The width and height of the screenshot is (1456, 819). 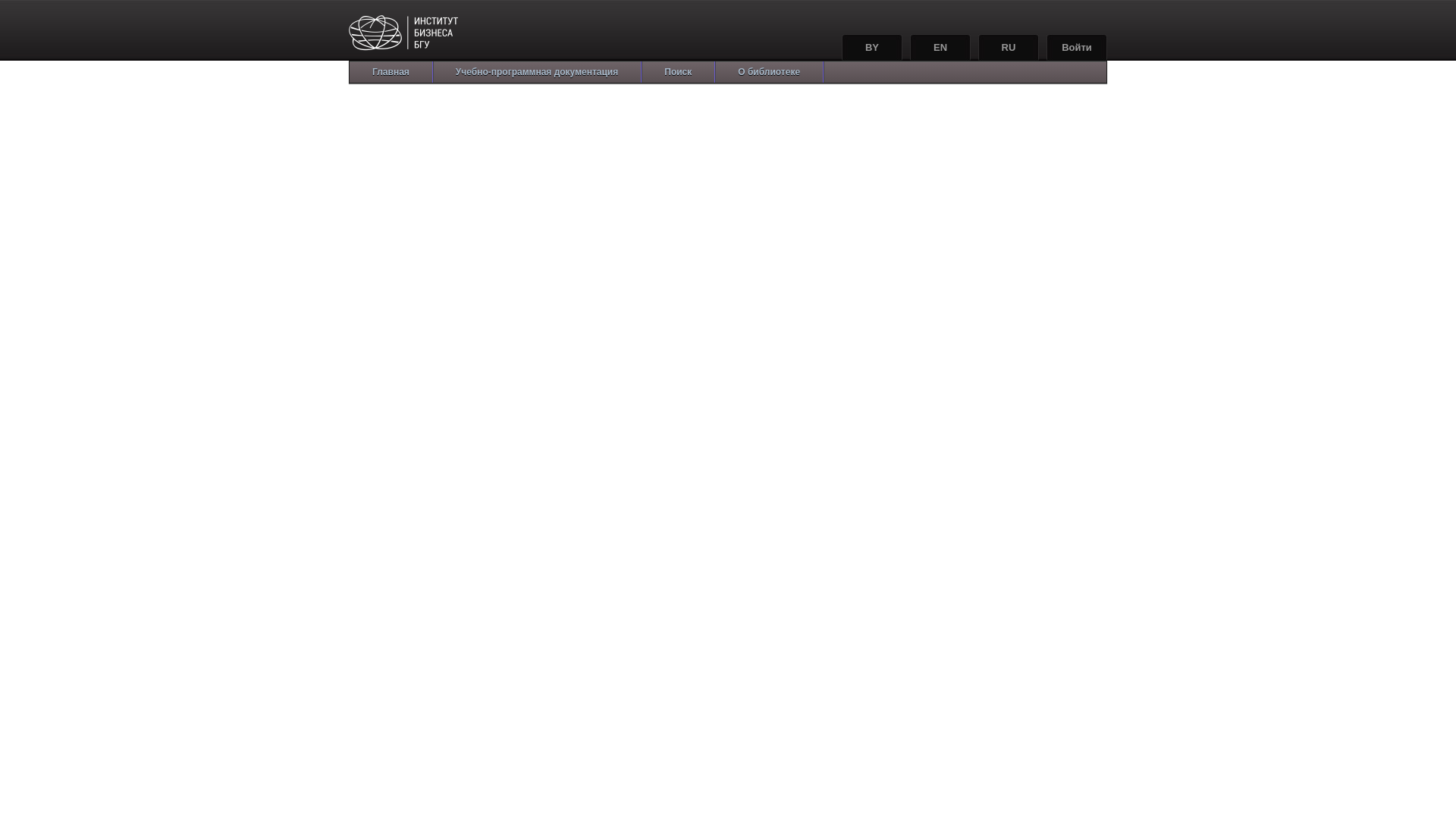 What do you see at coordinates (441, 34) in the screenshot?
I see `'Free CSS Templates'` at bounding box center [441, 34].